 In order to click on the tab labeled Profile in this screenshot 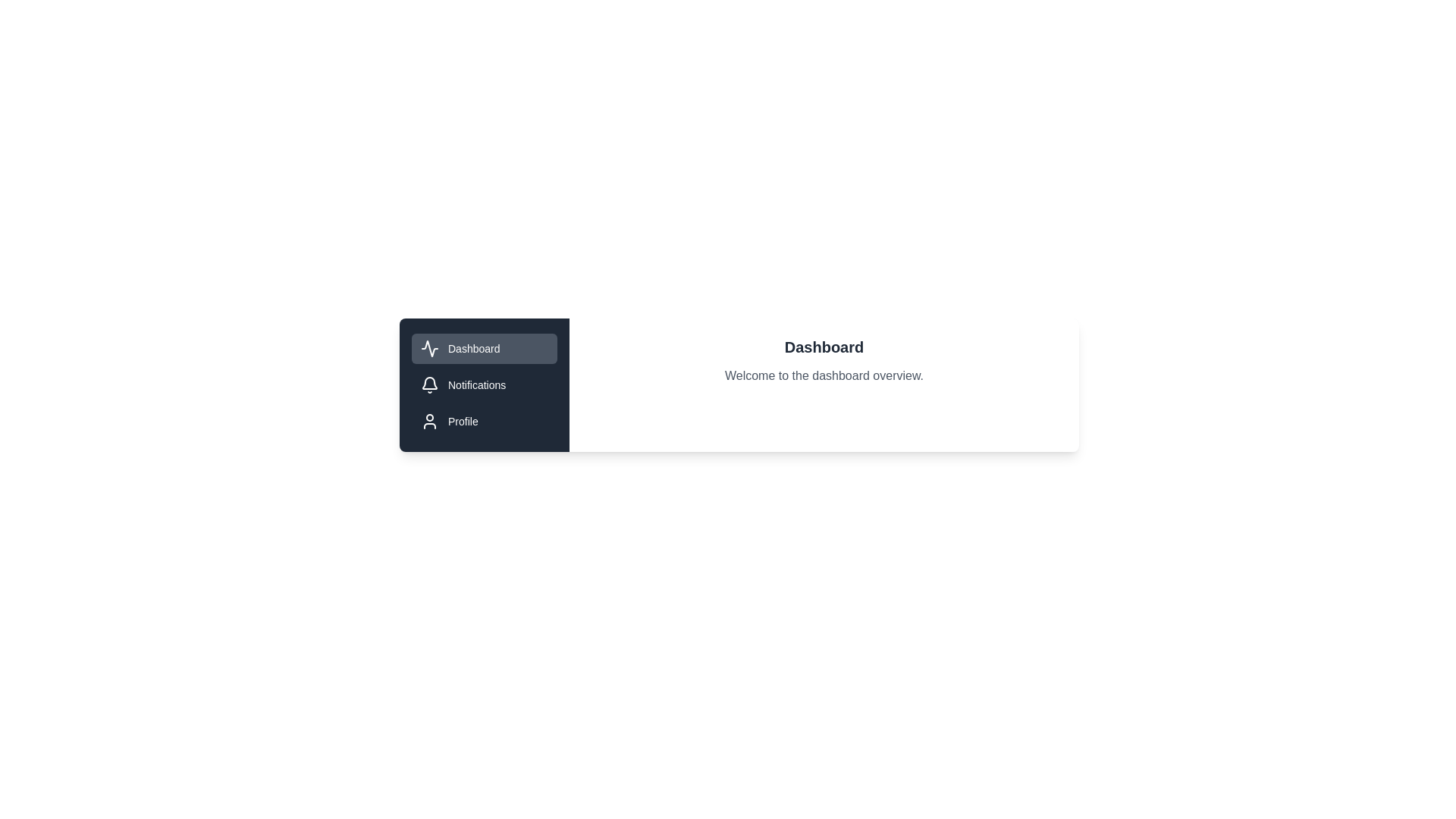, I will do `click(483, 421)`.